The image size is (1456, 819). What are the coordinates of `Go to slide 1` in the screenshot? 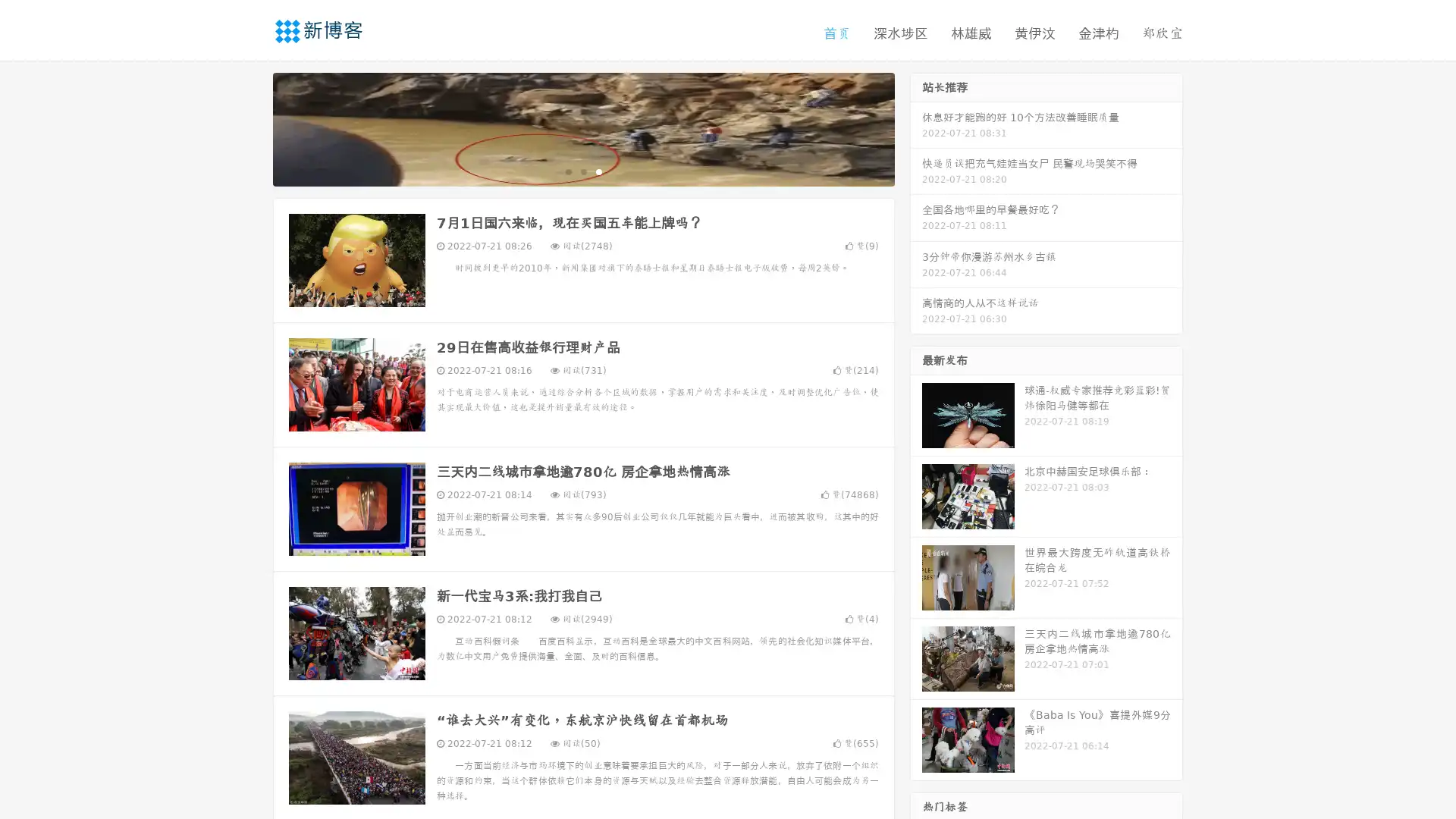 It's located at (567, 171).